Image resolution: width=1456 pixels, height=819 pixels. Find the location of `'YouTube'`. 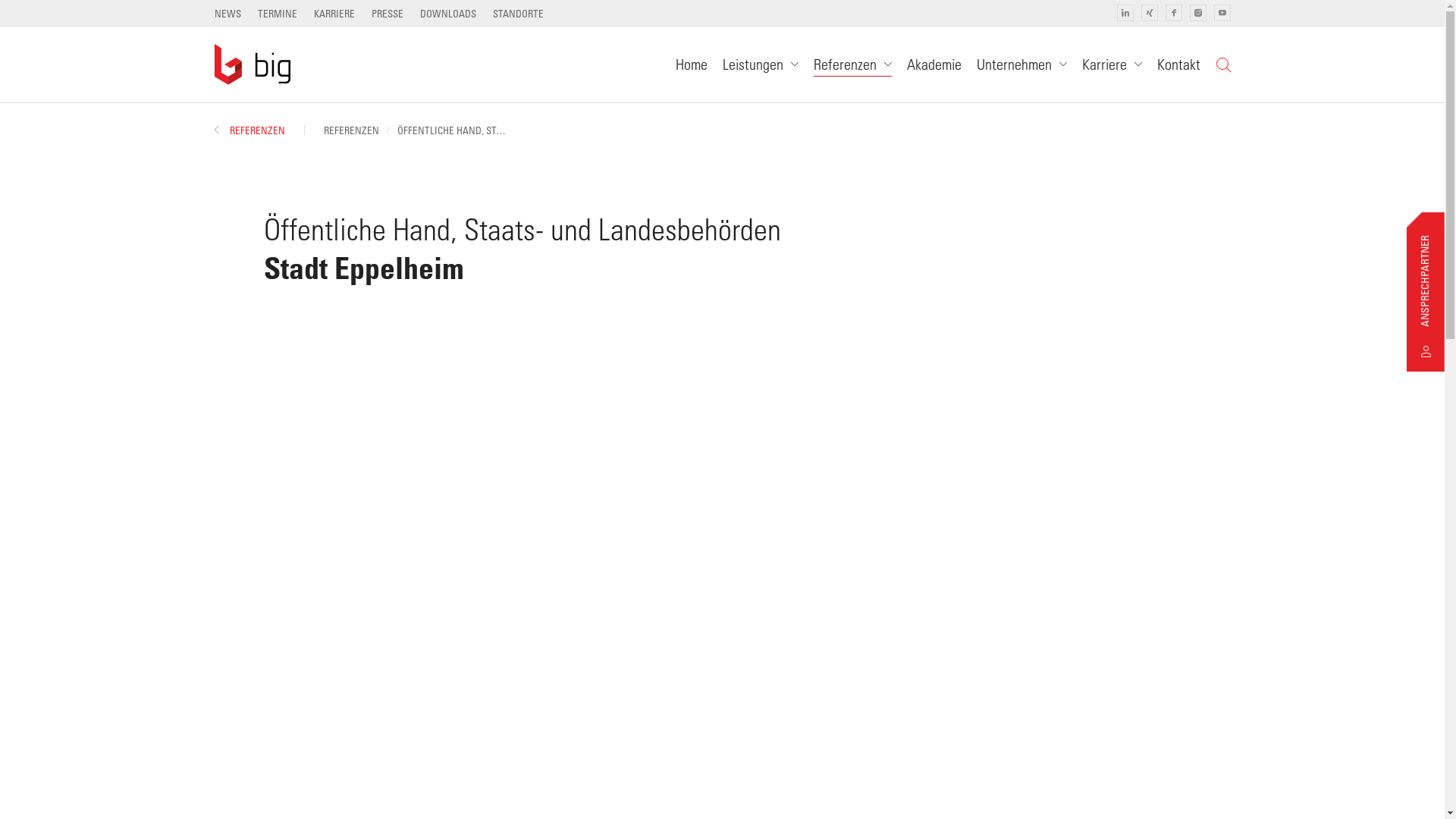

'YouTube' is located at coordinates (1212, 12).